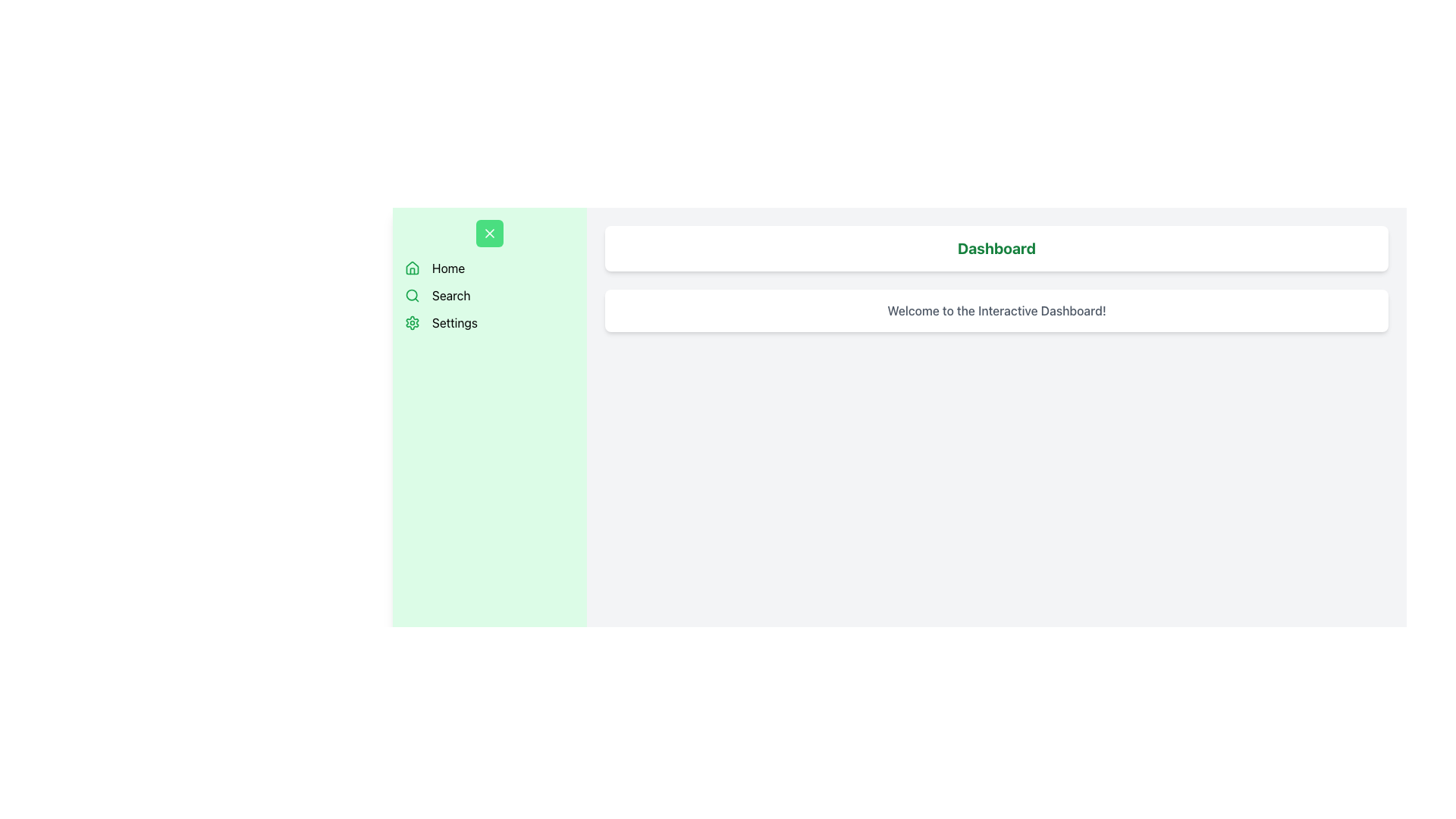 The width and height of the screenshot is (1456, 819). I want to click on the 'Home' item in the Navigation Menu, so click(490, 275).